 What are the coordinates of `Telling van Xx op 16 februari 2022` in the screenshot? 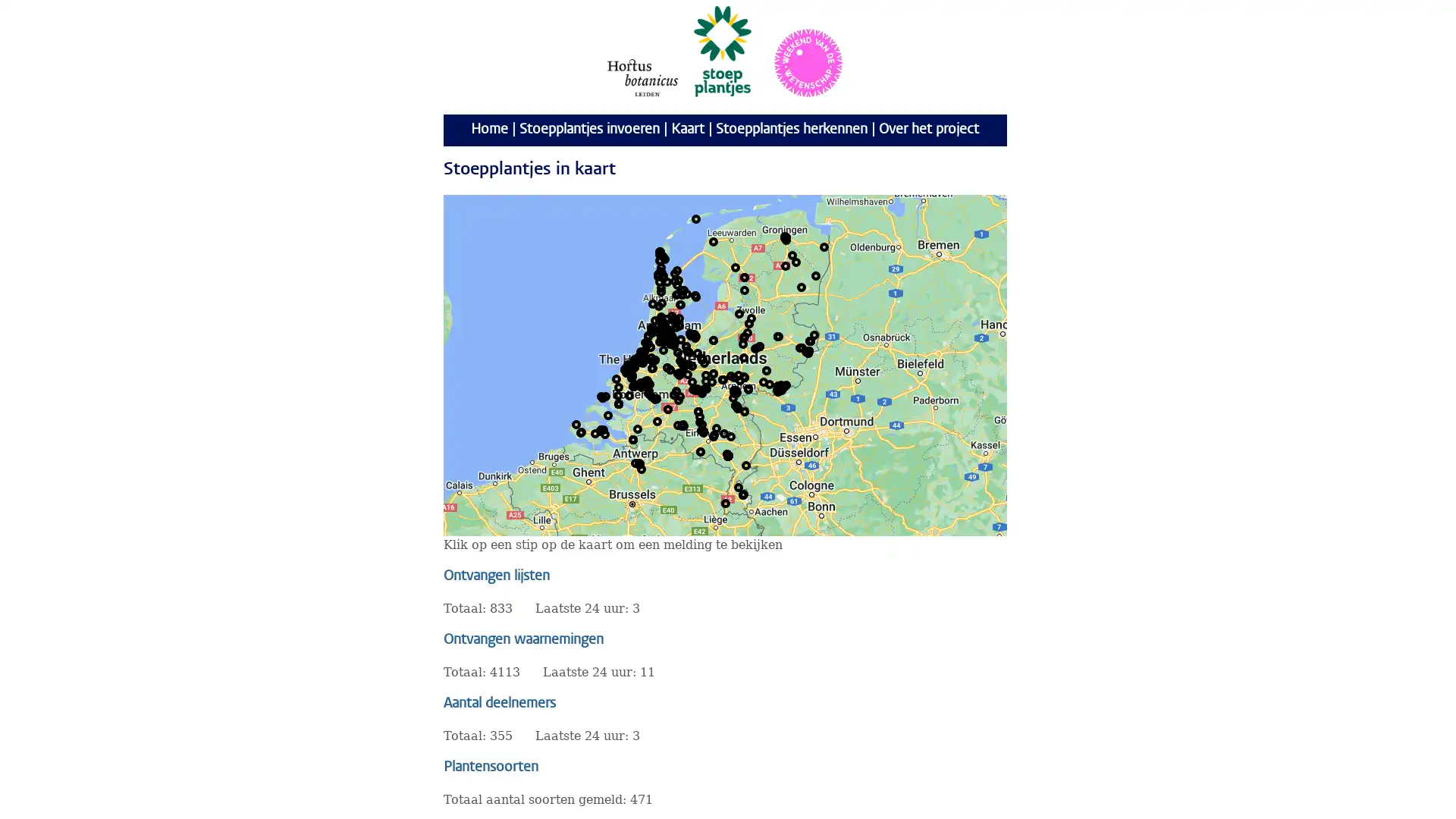 It's located at (702, 430).